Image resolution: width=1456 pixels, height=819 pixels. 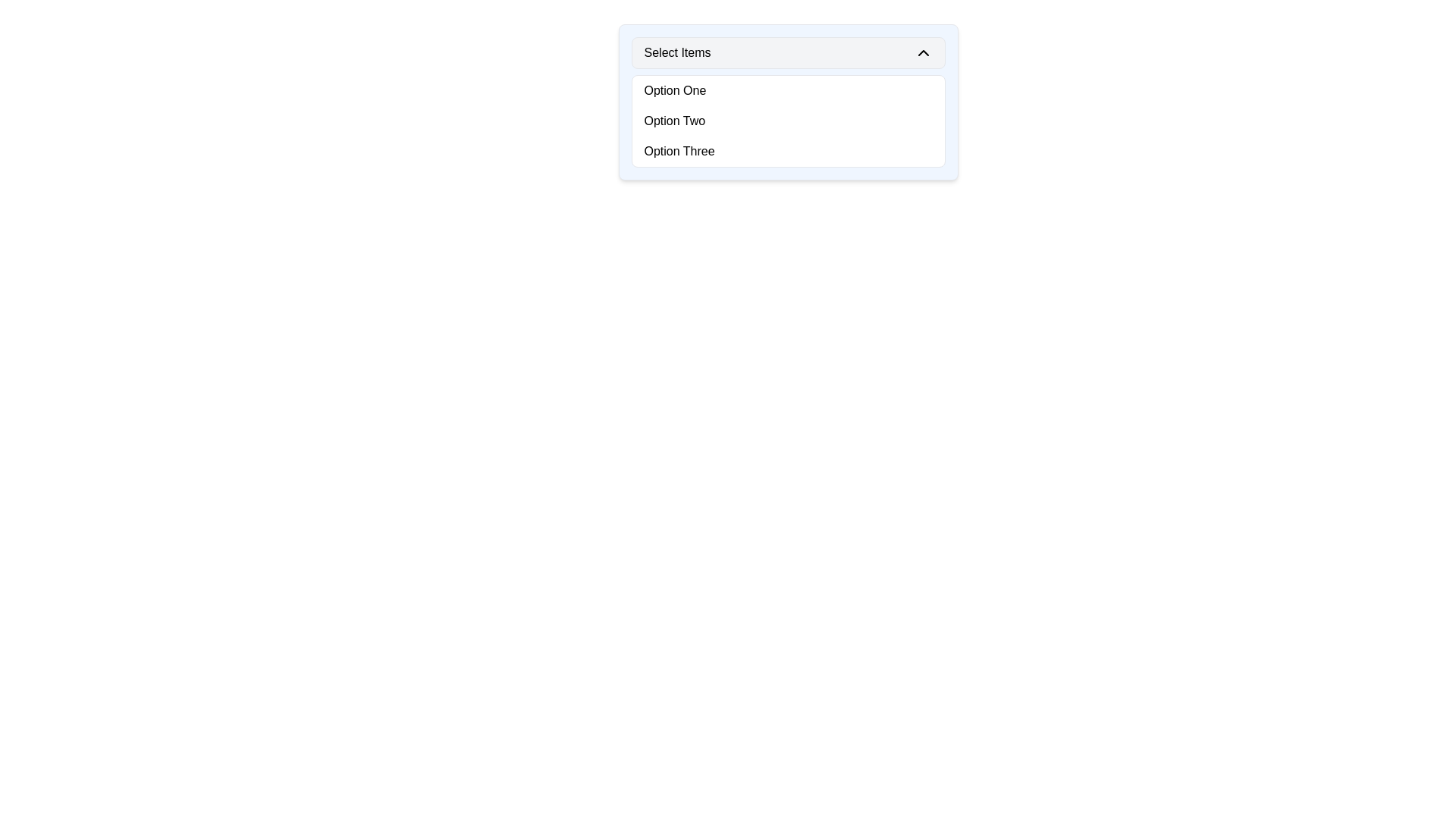 What do you see at coordinates (788, 120) in the screenshot?
I see `the selectable option labeled 'Option Two' in the dropdown list` at bounding box center [788, 120].